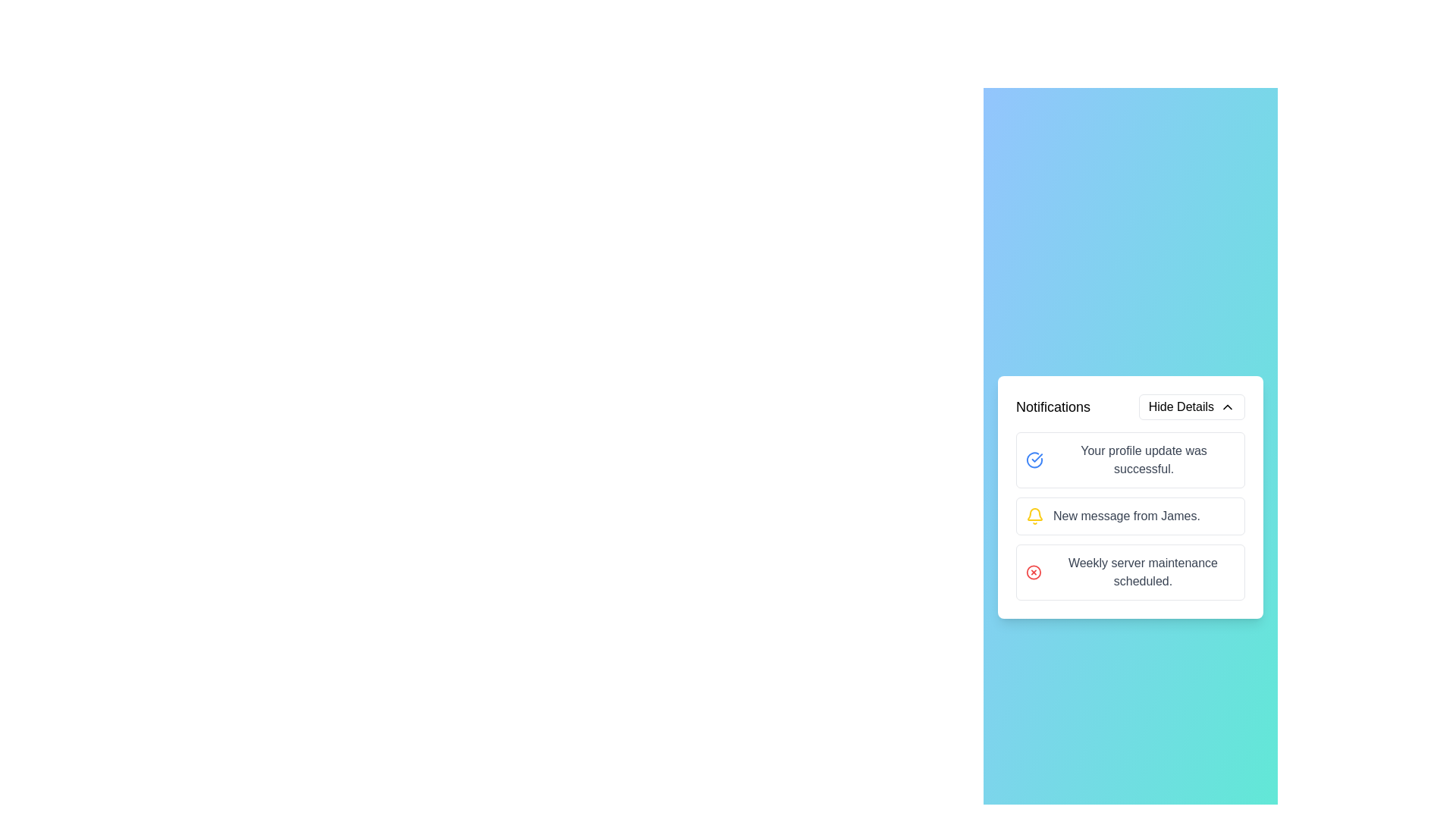  Describe the element at coordinates (1034, 513) in the screenshot. I see `the bell icon that indicates active notifications, located at the top-right corner of the notification panel` at that location.